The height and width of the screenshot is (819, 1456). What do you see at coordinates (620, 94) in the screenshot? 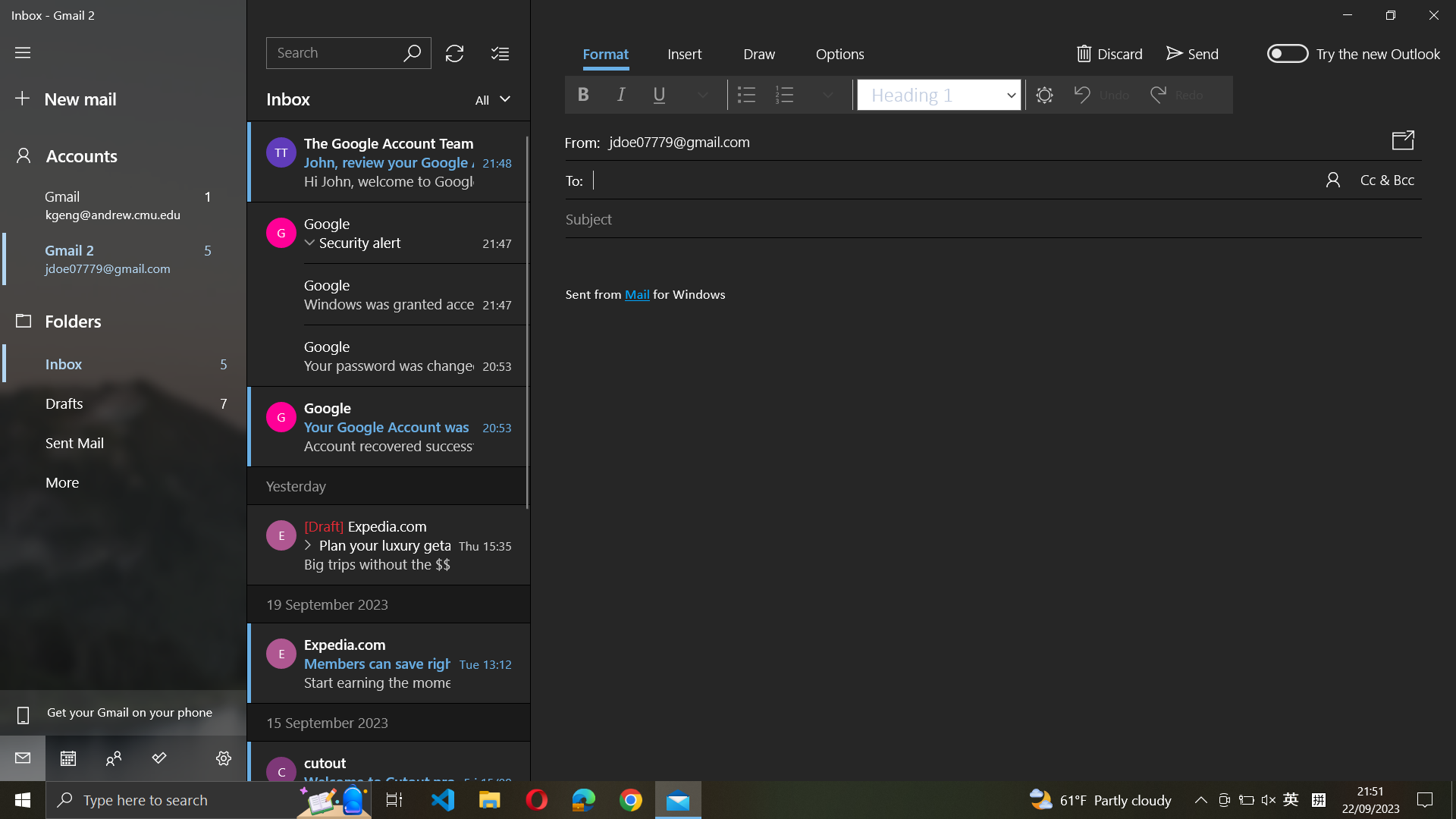
I see `the text italic` at bounding box center [620, 94].